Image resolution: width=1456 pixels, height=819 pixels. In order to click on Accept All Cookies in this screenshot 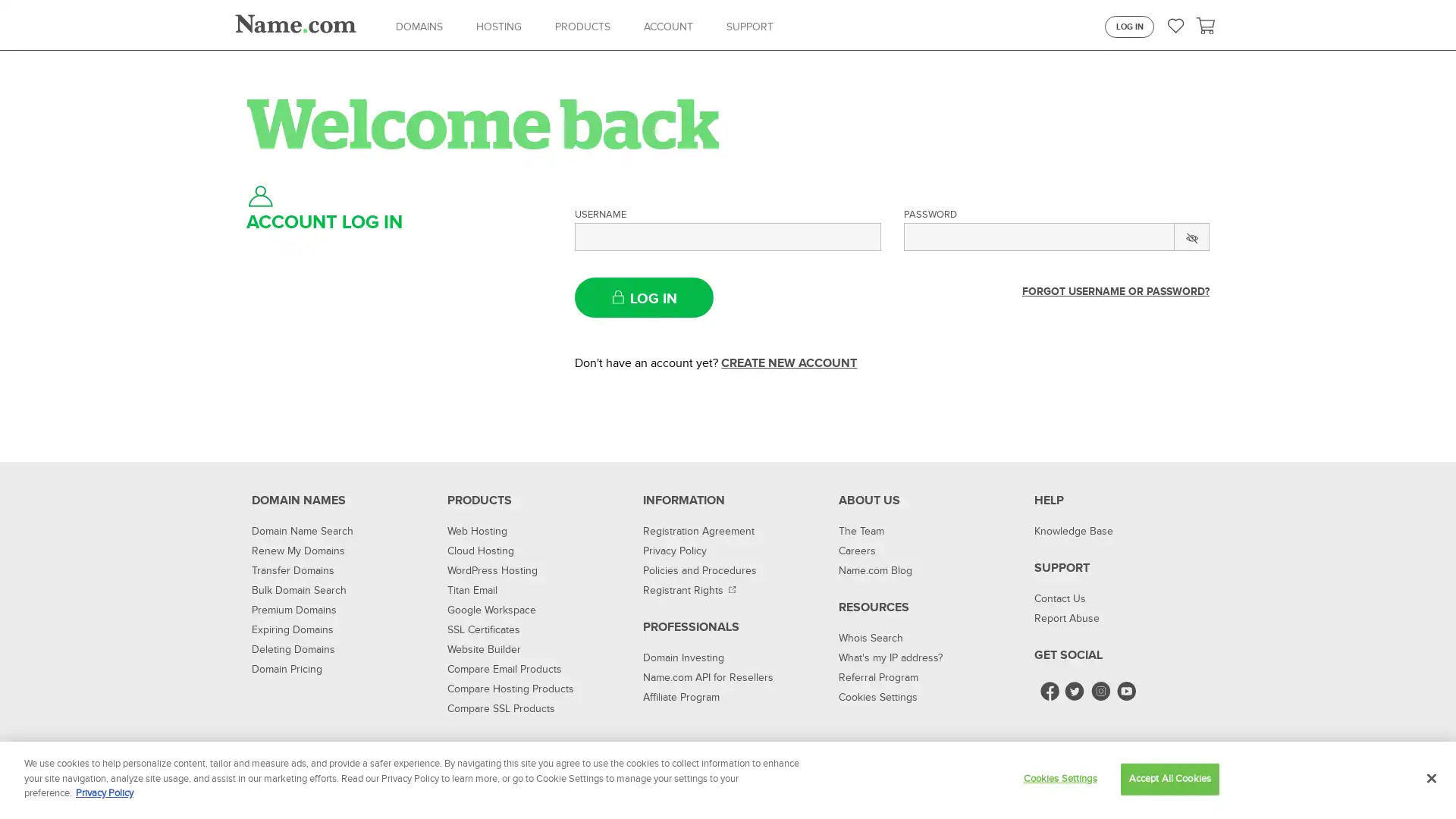, I will do `click(1169, 778)`.